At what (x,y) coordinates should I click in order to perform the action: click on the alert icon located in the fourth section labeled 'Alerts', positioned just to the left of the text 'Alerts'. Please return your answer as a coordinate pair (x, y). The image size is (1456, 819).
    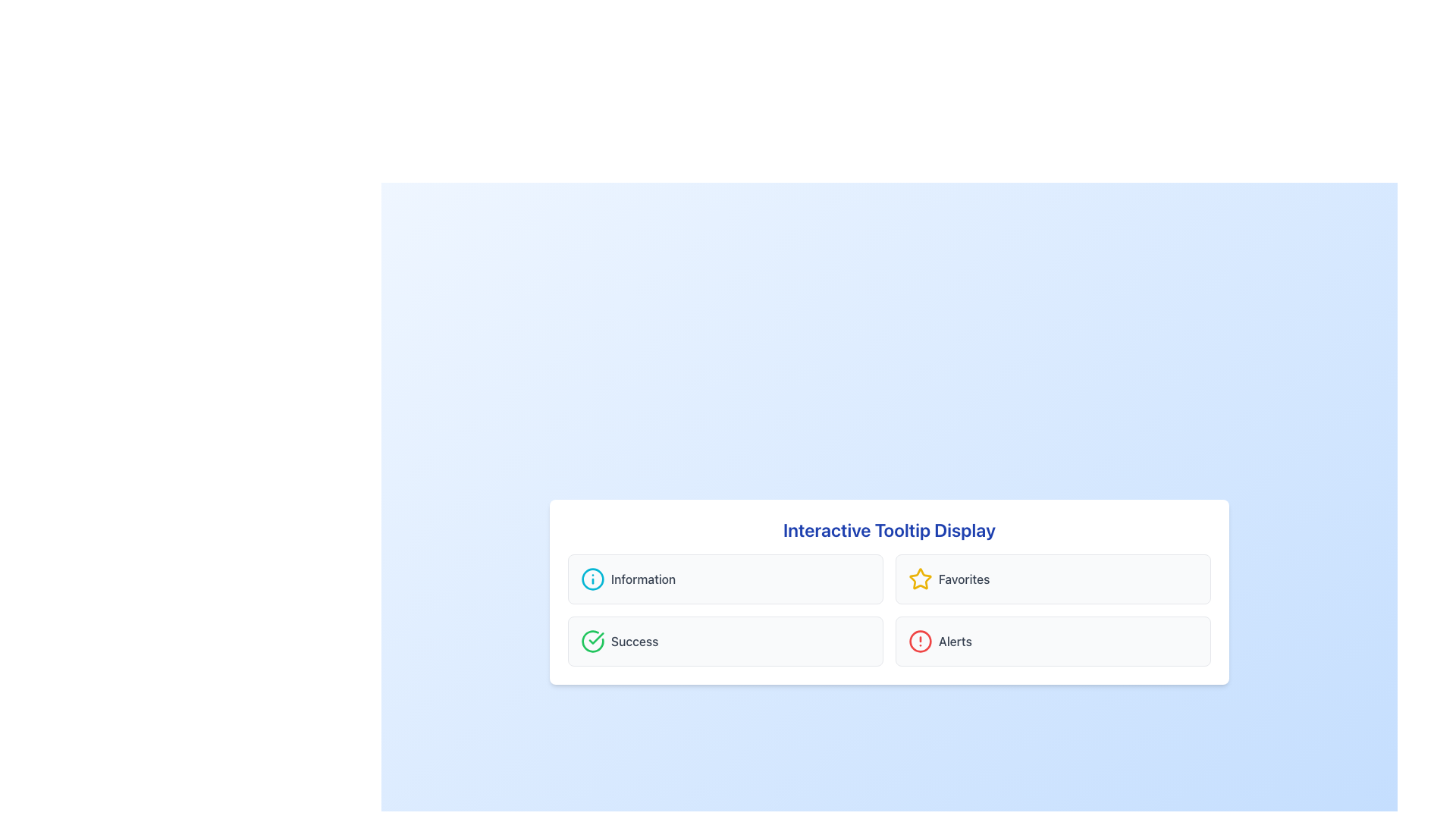
    Looking at the image, I should click on (920, 641).